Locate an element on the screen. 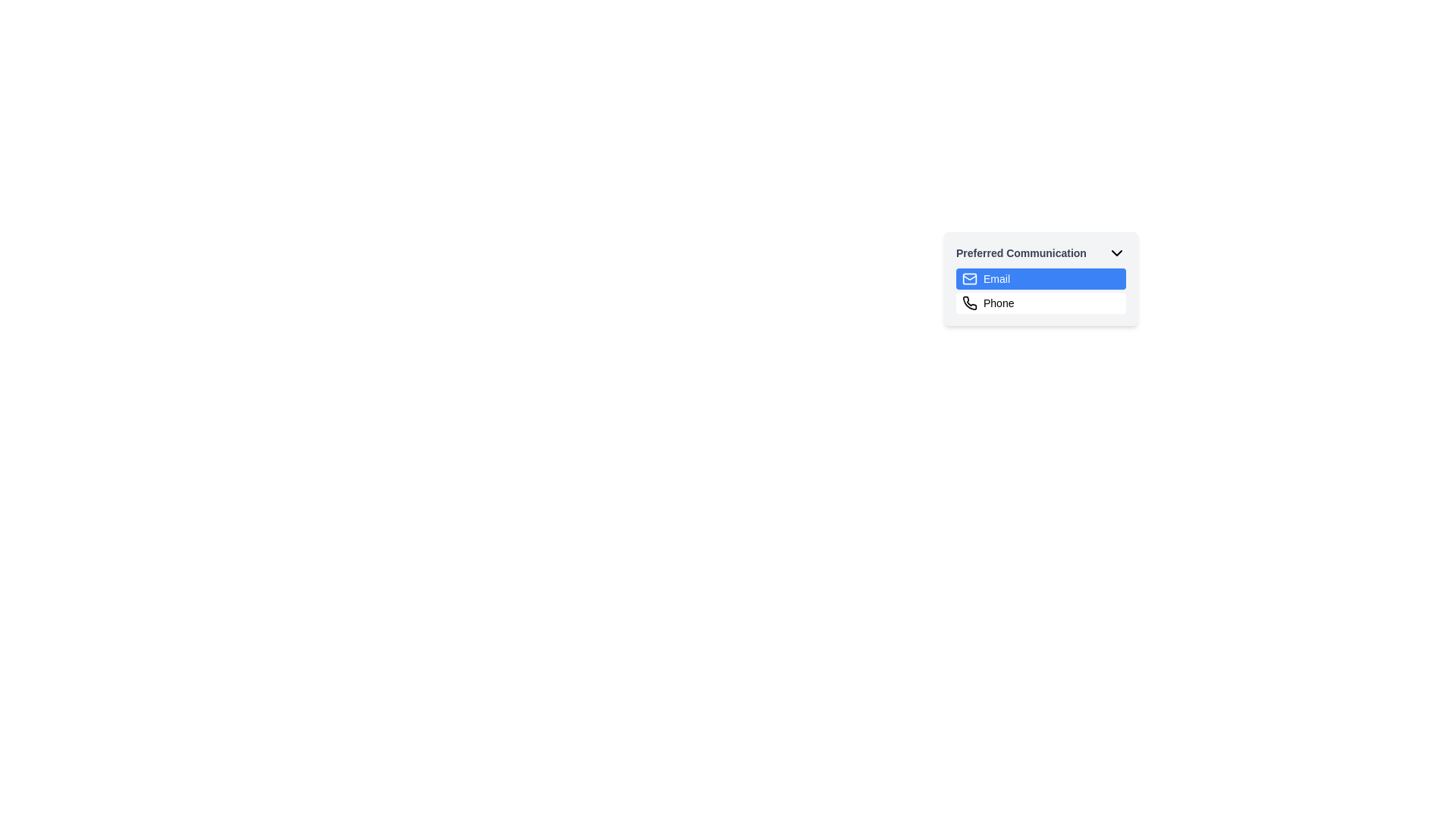 The image size is (1456, 819). the black phone icon located on the right side of the dropdown menu under 'Preferred Communication', adjacent to the 'Phone' text label is located at coordinates (969, 303).